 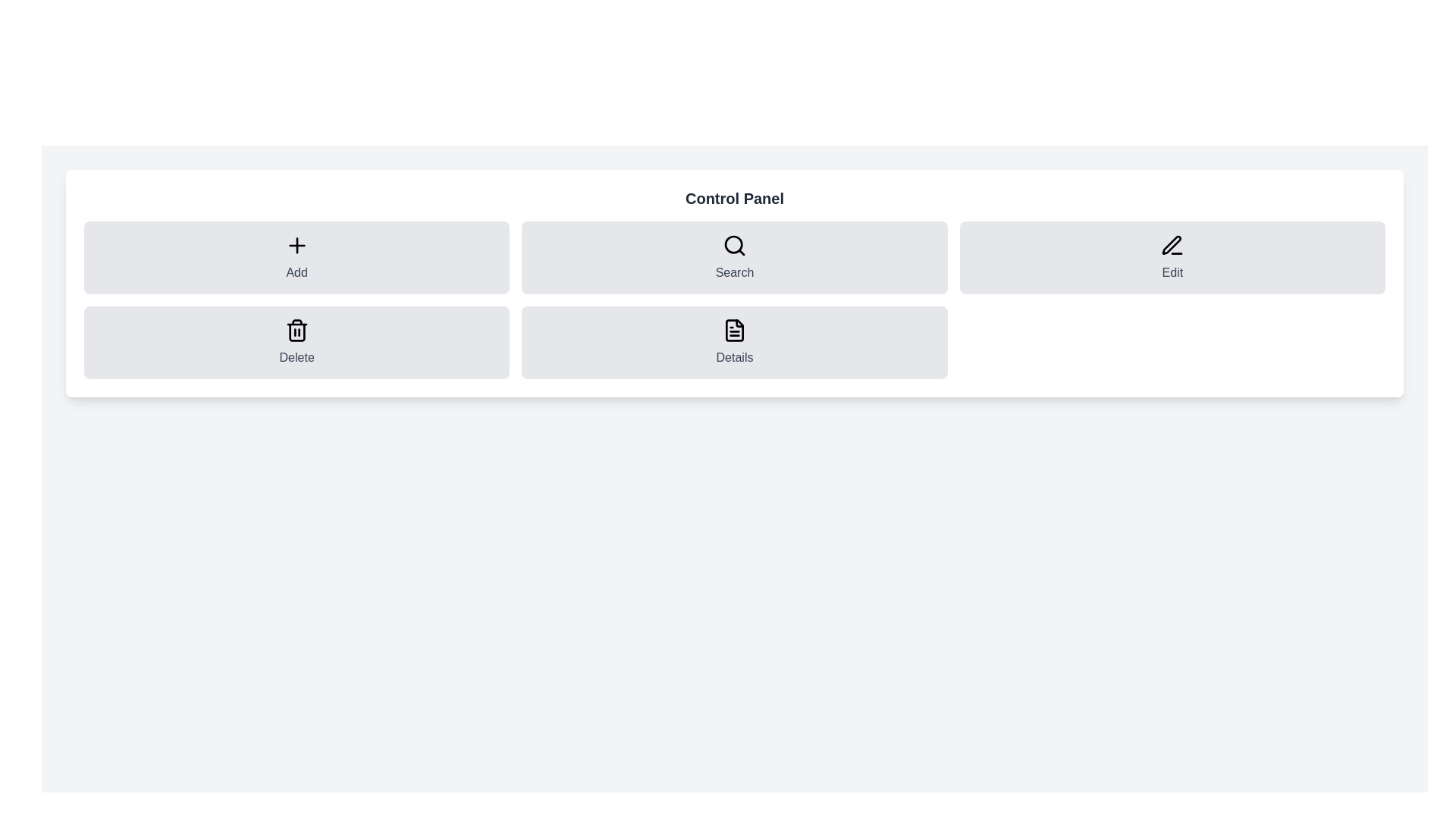 I want to click on the search button located between 'Add' and 'Edit' in the top row of the button grid, so click(x=735, y=256).